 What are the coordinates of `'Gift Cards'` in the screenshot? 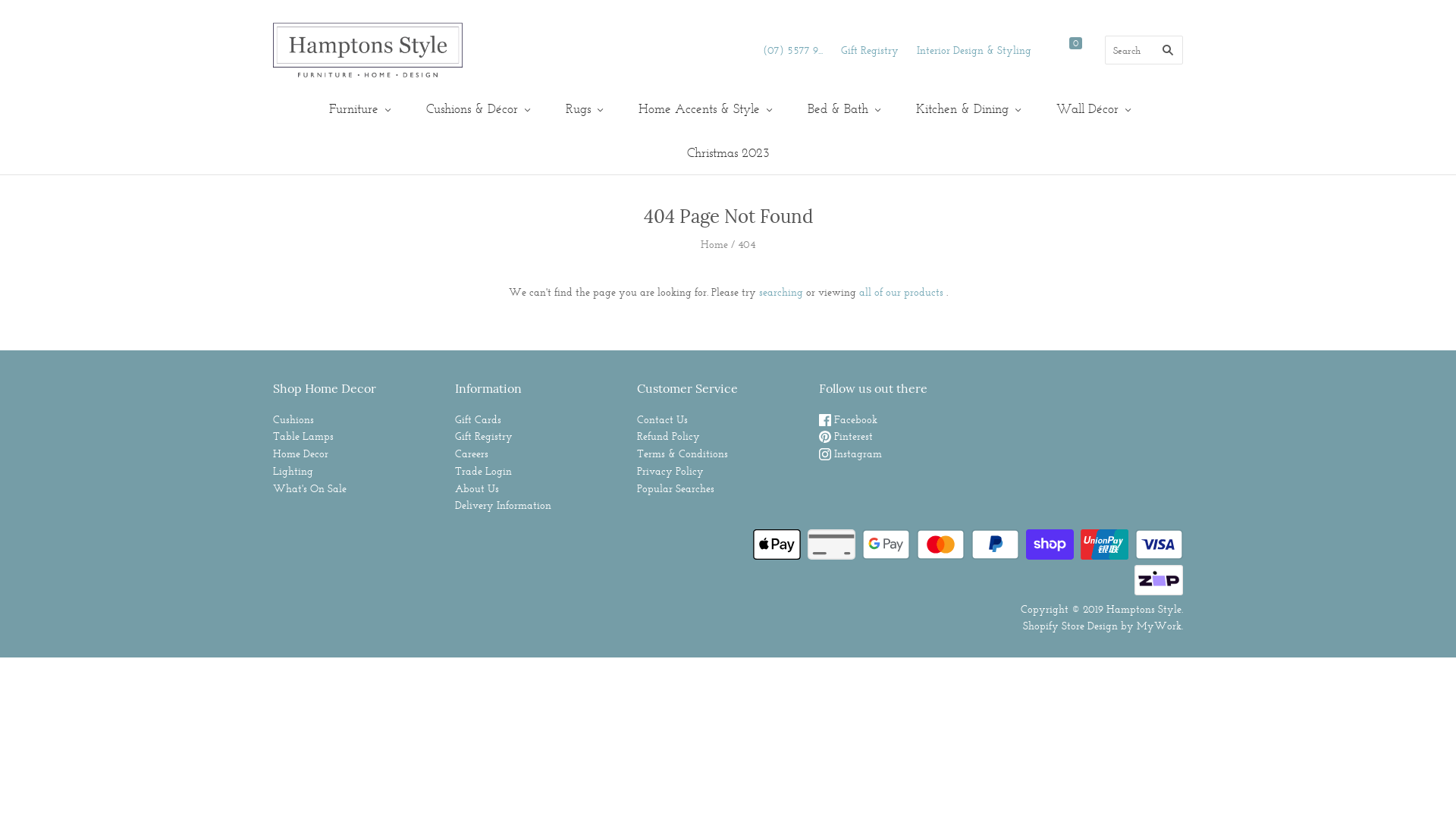 It's located at (477, 419).